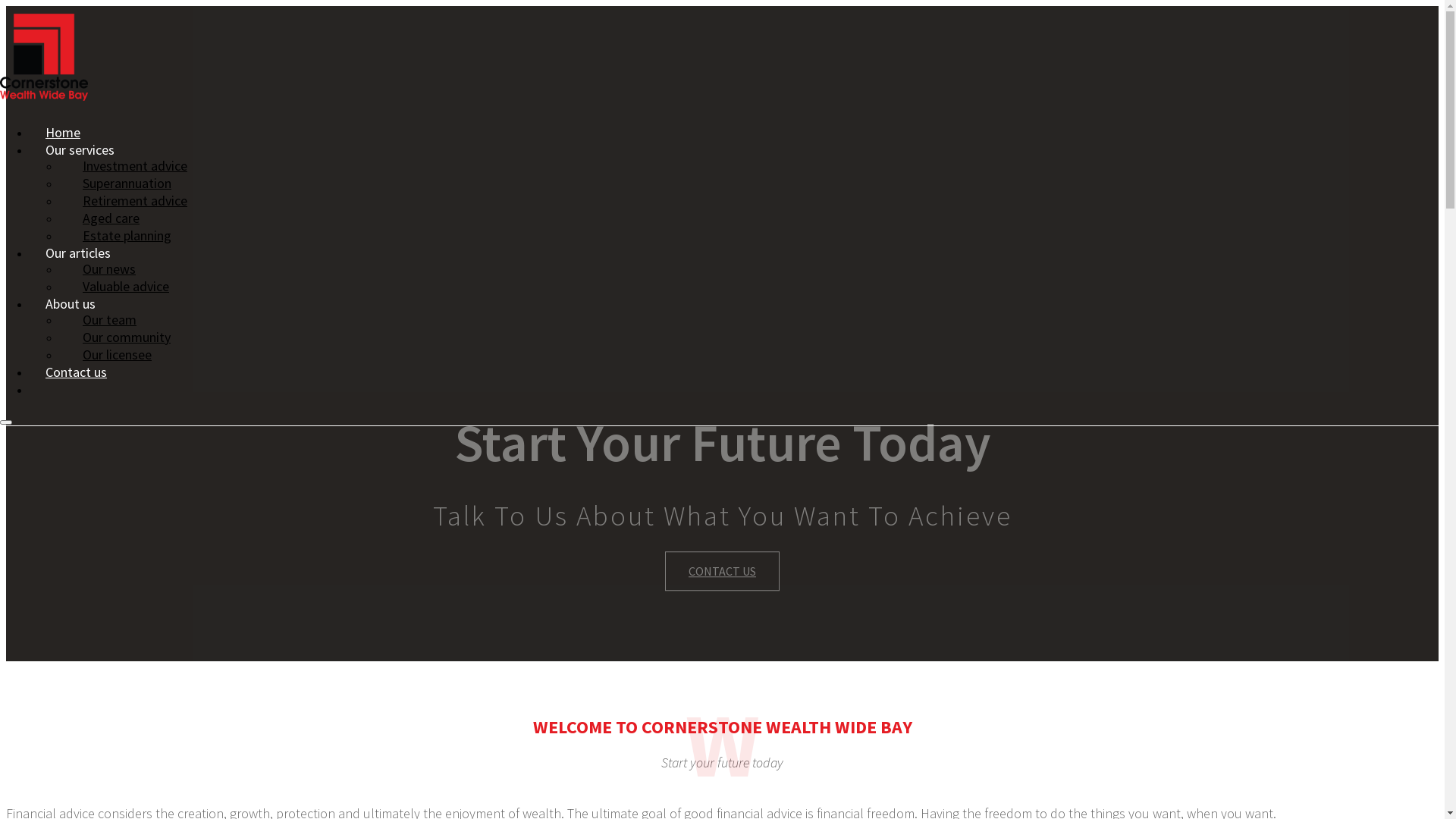 The image size is (1456, 819). Describe the element at coordinates (77, 252) in the screenshot. I see `'Our articles'` at that location.